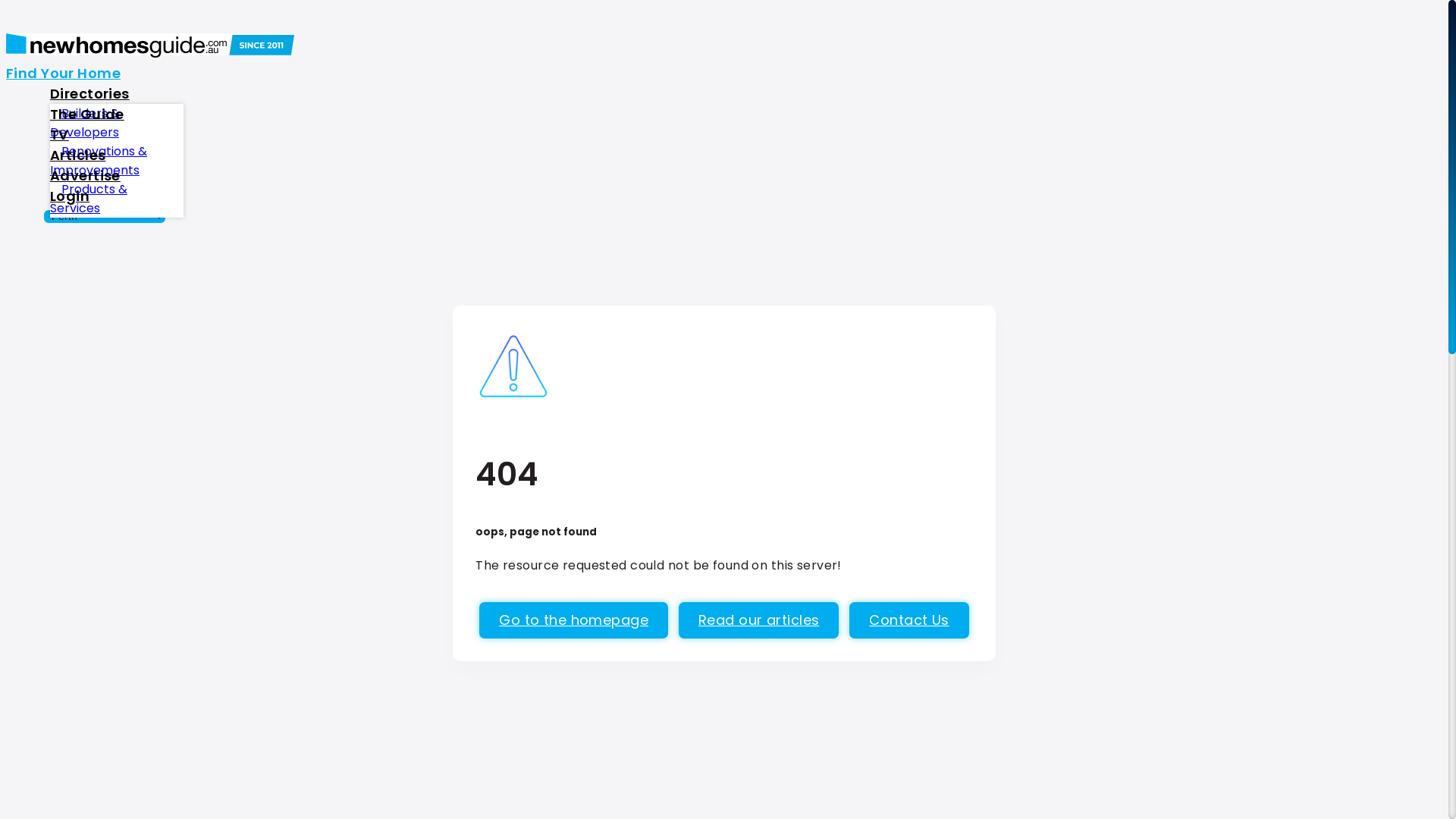 Image resolution: width=1456 pixels, height=819 pixels. What do you see at coordinates (77, 155) in the screenshot?
I see `'Articles'` at bounding box center [77, 155].